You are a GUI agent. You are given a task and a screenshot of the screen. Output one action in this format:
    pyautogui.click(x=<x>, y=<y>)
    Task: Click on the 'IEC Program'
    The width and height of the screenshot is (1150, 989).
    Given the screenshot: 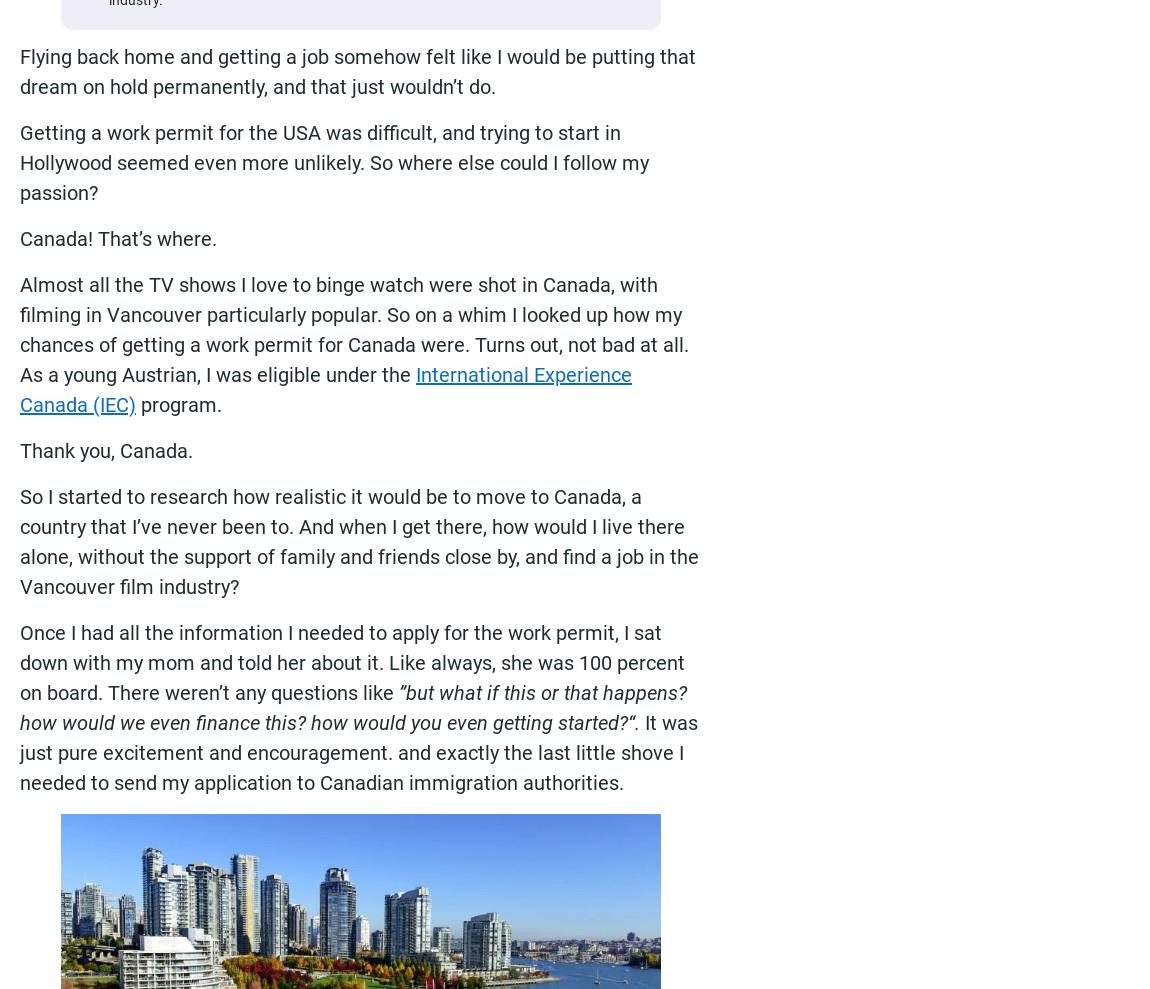 What is the action you would take?
    pyautogui.click(x=434, y=968)
    